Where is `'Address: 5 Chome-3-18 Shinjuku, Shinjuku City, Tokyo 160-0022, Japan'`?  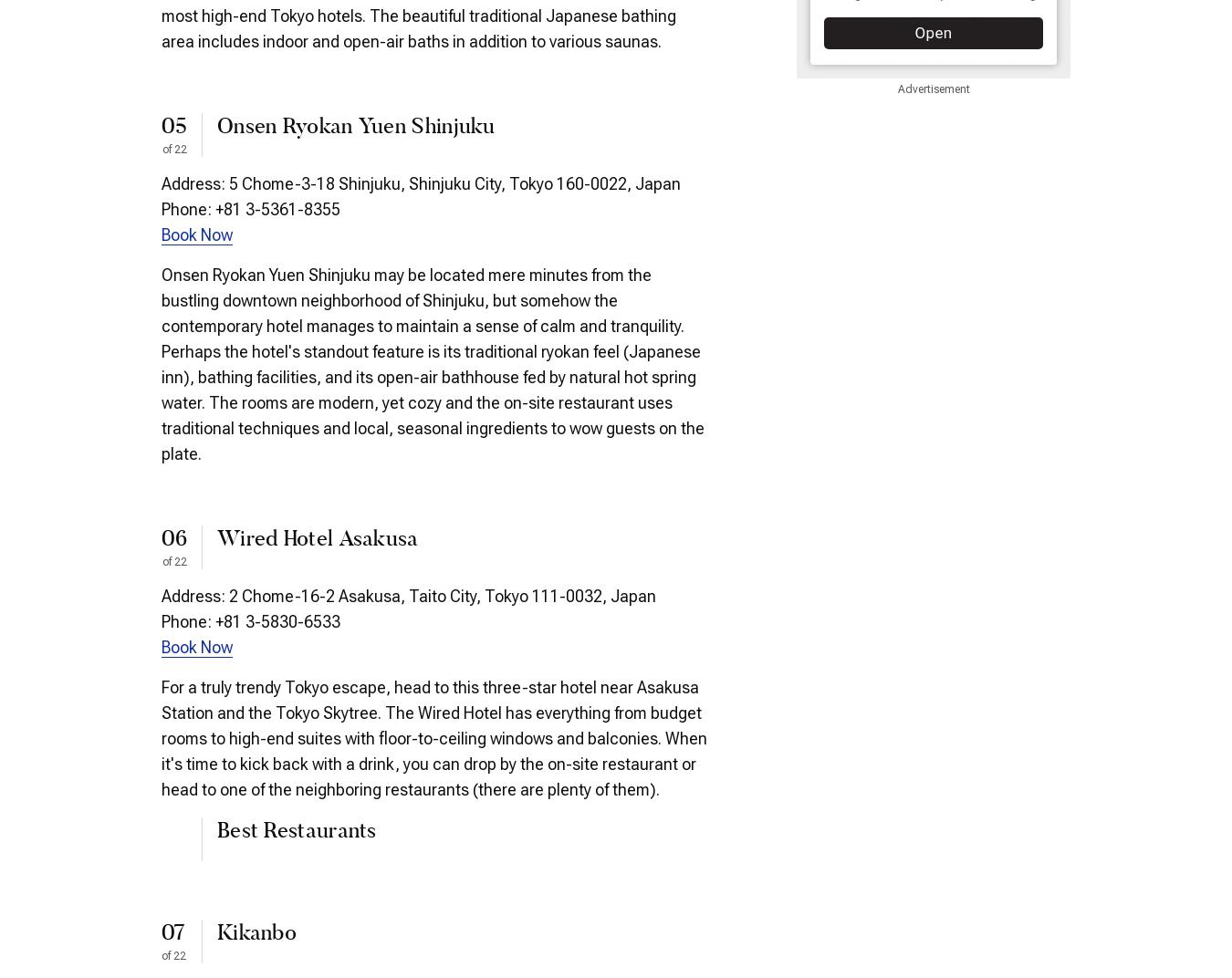 'Address: 5 Chome-3-18 Shinjuku, Shinjuku City, Tokyo 160-0022, Japan' is located at coordinates (420, 182).